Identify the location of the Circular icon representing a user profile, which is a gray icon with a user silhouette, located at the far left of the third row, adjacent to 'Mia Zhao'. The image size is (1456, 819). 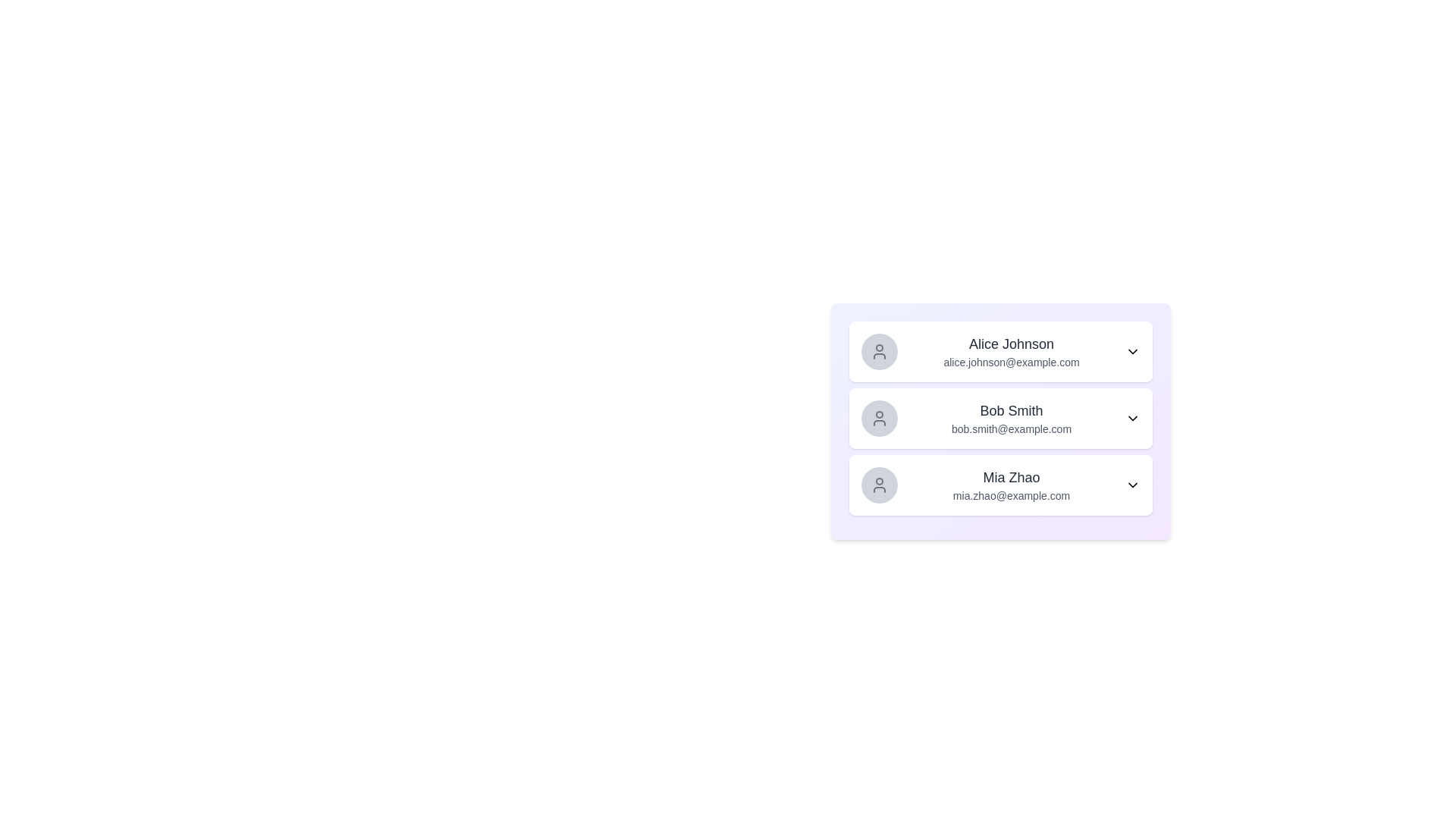
(880, 485).